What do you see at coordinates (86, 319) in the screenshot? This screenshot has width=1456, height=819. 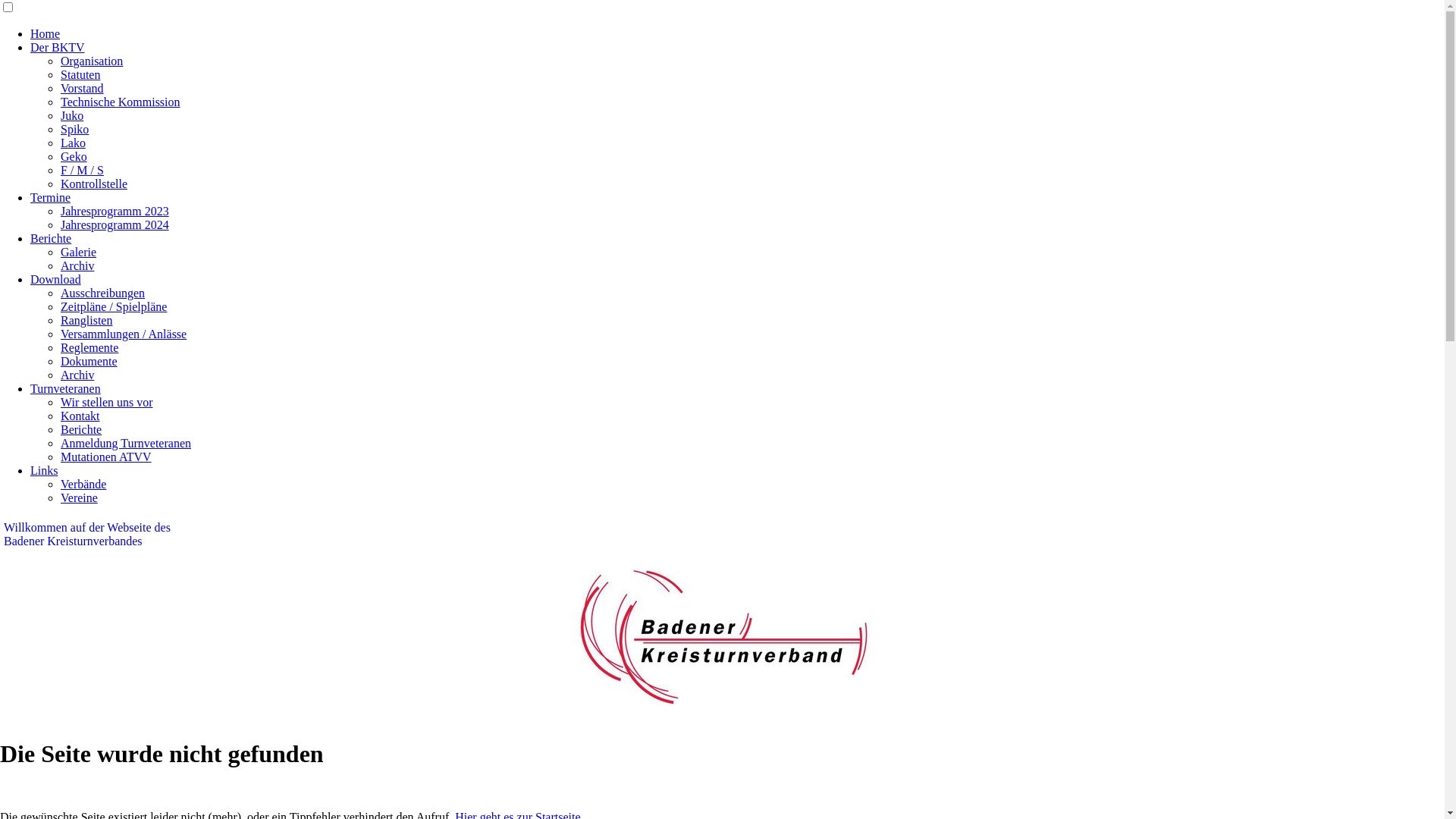 I see `'Ranglisten'` at bounding box center [86, 319].